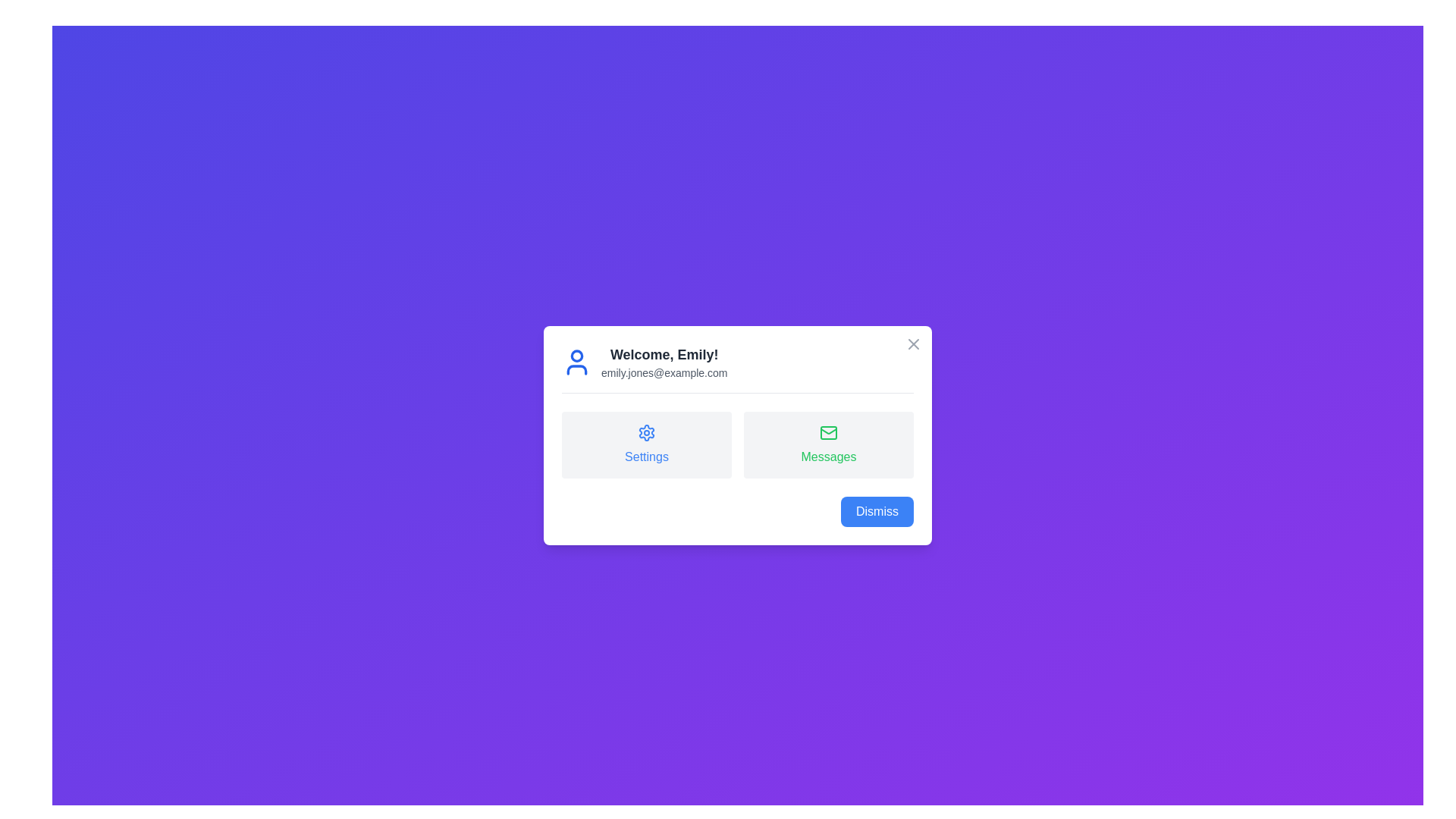 The height and width of the screenshot is (819, 1456). Describe the element at coordinates (664, 372) in the screenshot. I see `the static text label displaying 'emily.jones@example.com', which is located beneath the welcome message 'Welcome, Emily!' in the top-center region of the dialog box` at that location.